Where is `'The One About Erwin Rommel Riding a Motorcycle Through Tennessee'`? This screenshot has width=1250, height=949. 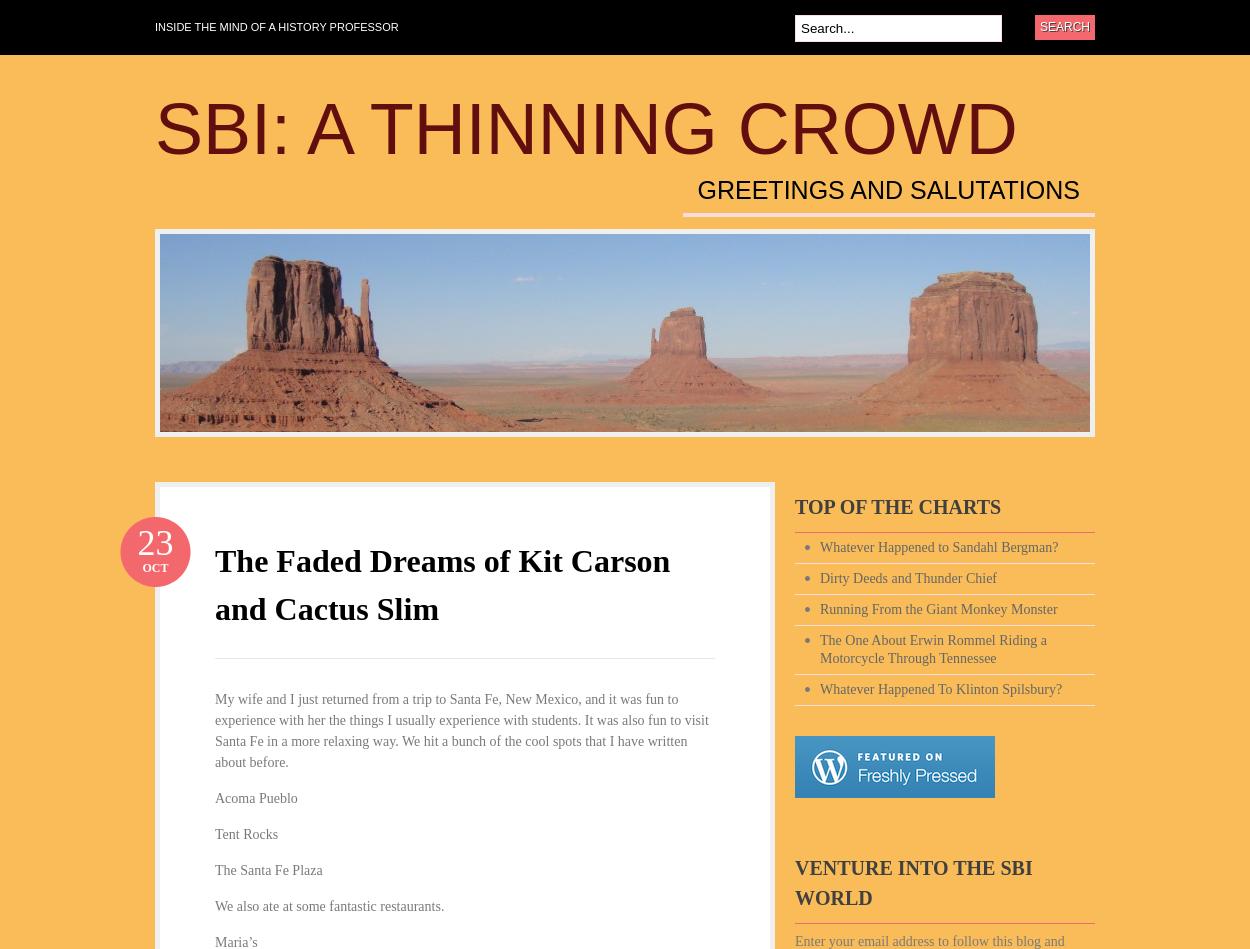
'The One About Erwin Rommel Riding a Motorcycle Through Tennessee' is located at coordinates (933, 649).